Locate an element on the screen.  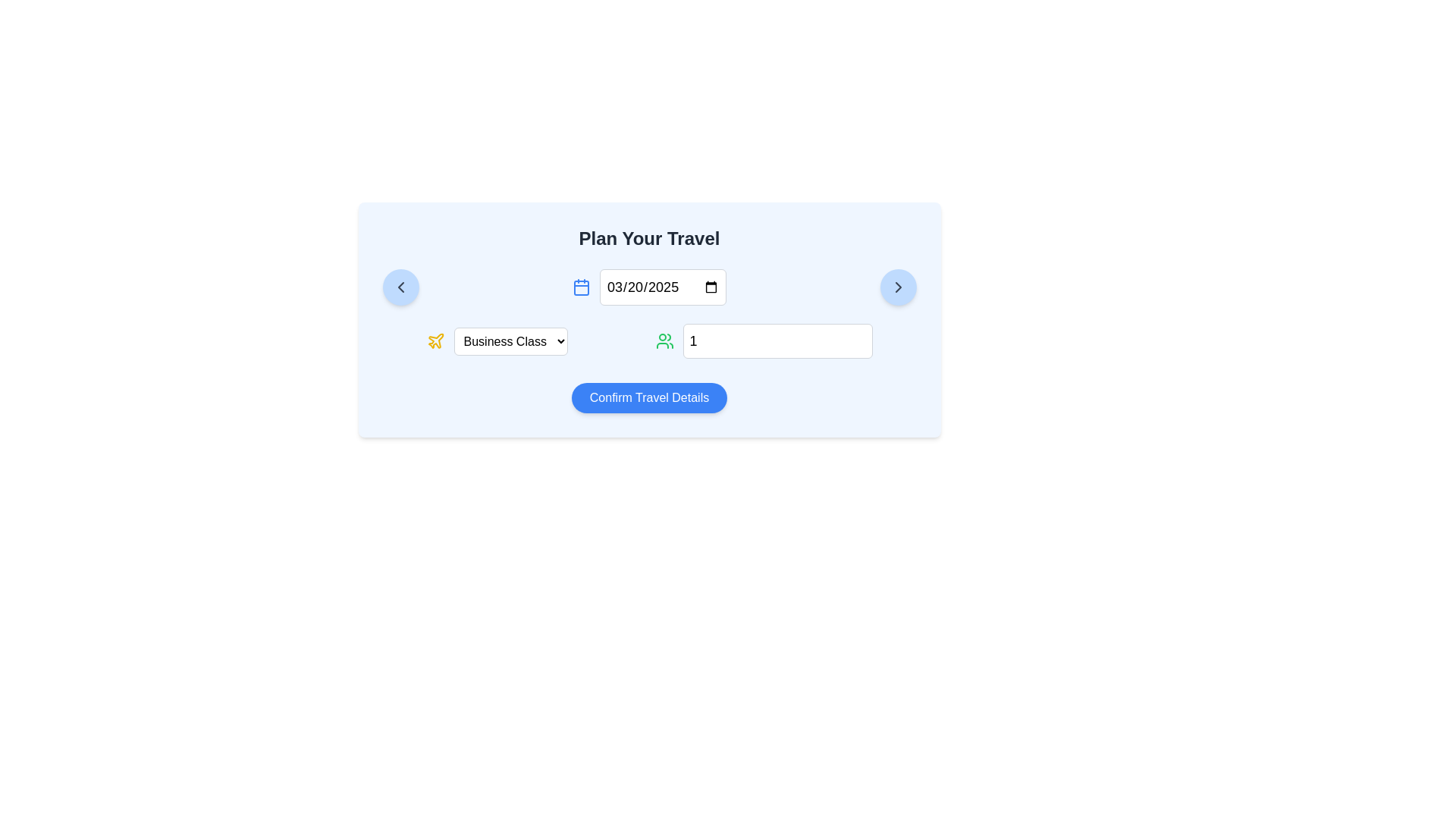
the blue button labeled 'Confirm Travel Details' is located at coordinates (649, 397).